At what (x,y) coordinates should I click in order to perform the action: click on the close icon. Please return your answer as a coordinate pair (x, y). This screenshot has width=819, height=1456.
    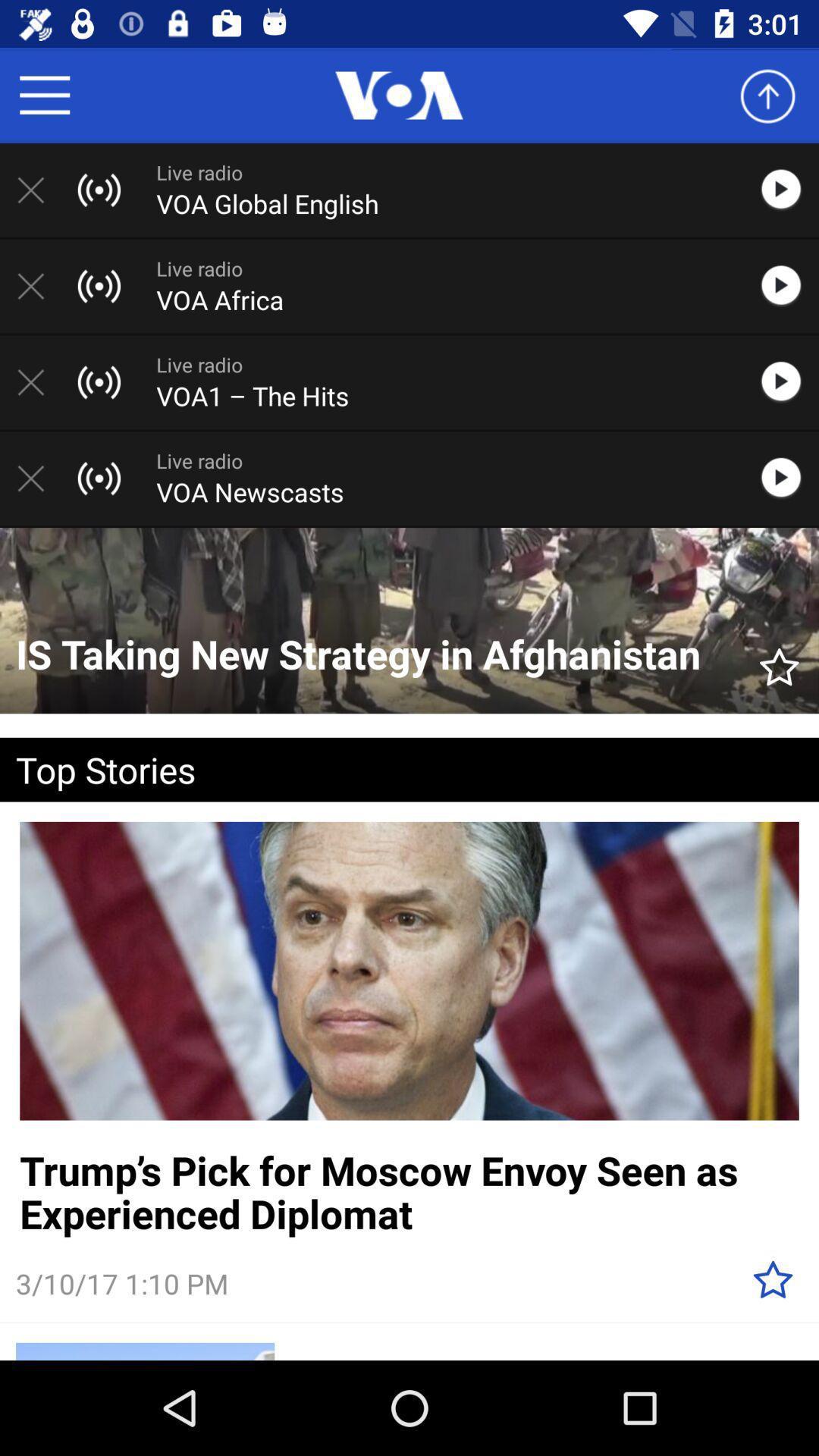
    Looking at the image, I should click on (38, 189).